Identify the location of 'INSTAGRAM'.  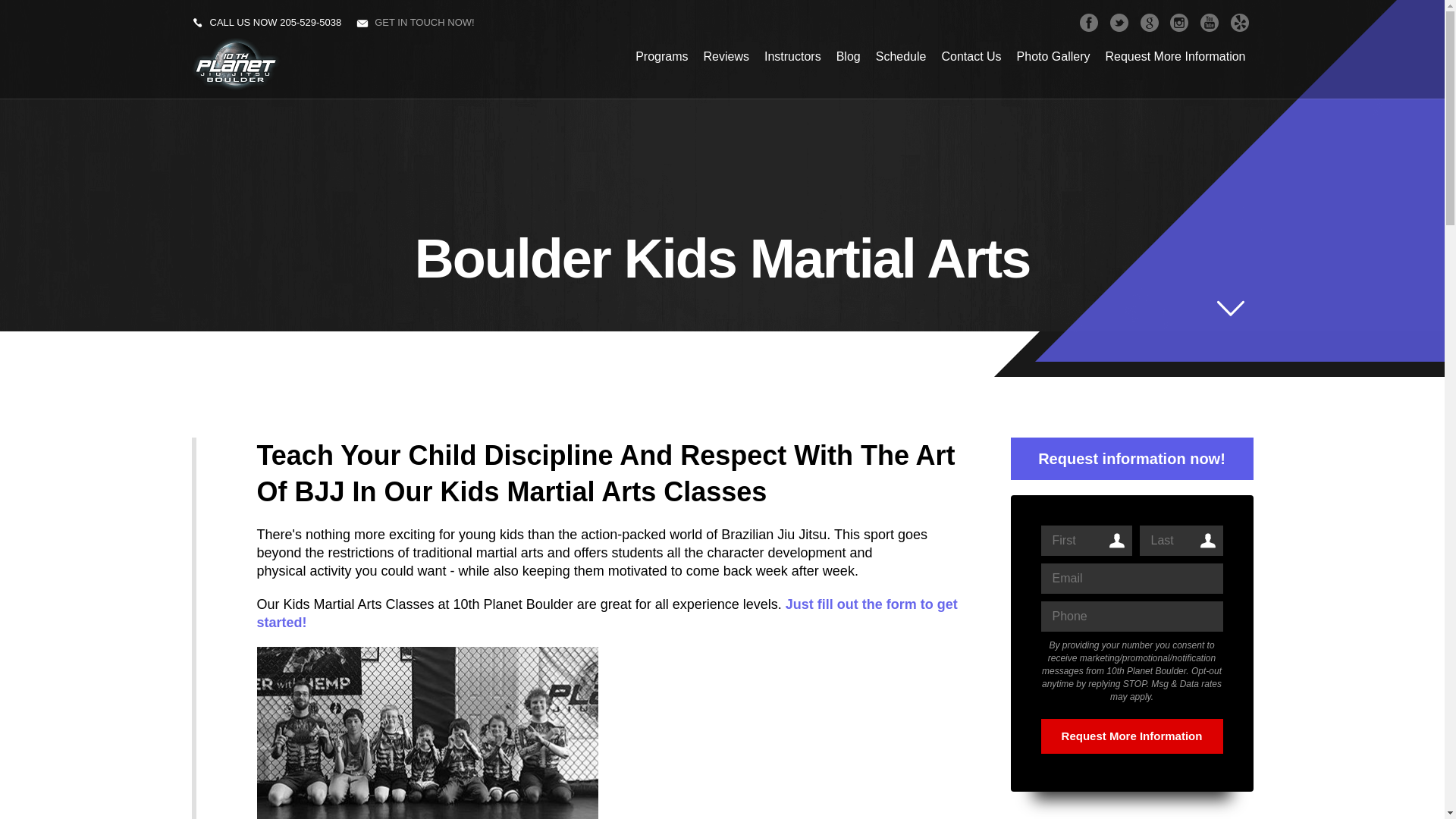
(1178, 23).